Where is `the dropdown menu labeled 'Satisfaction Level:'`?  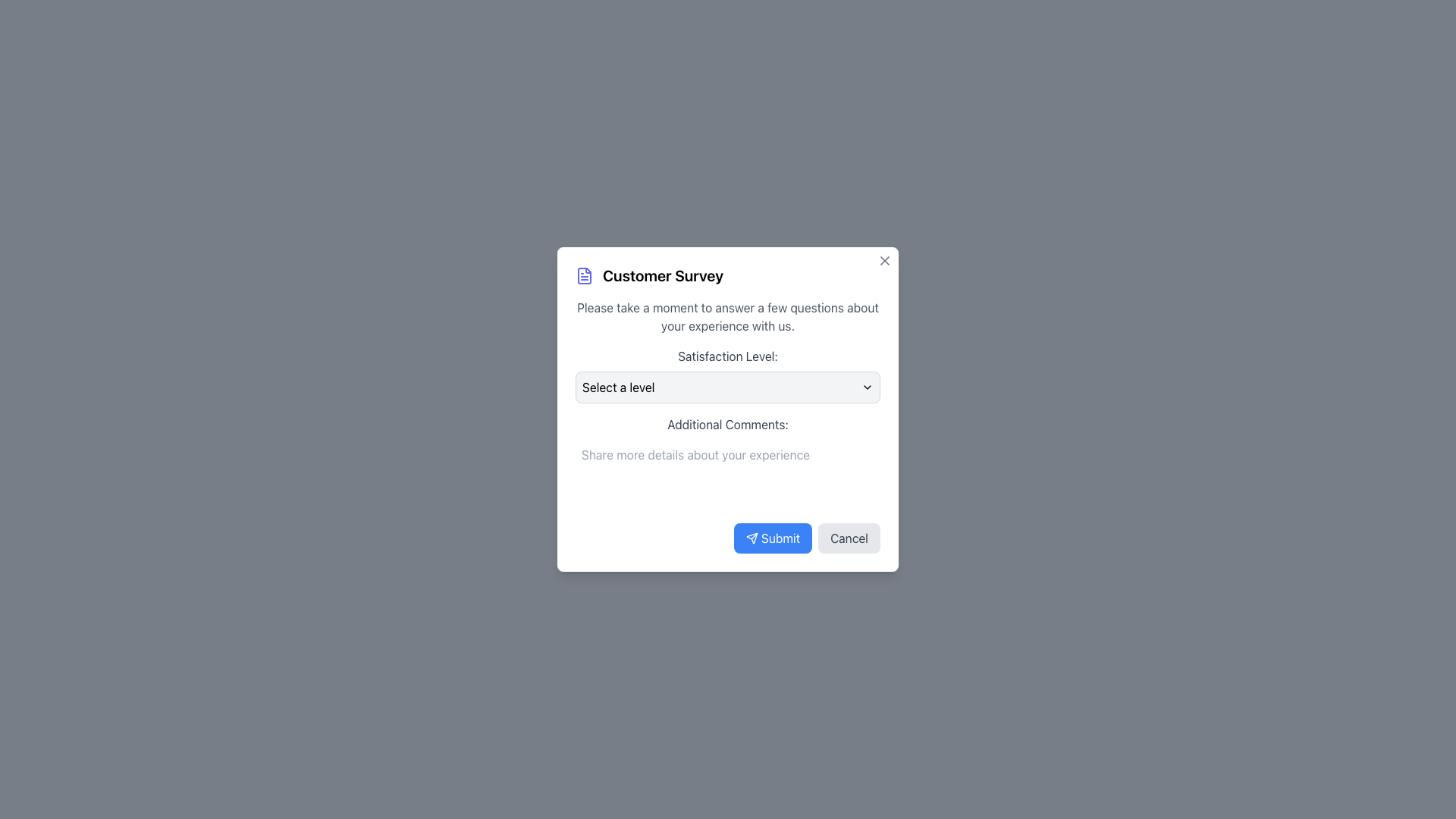
the dropdown menu labeled 'Satisfaction Level:' is located at coordinates (728, 375).